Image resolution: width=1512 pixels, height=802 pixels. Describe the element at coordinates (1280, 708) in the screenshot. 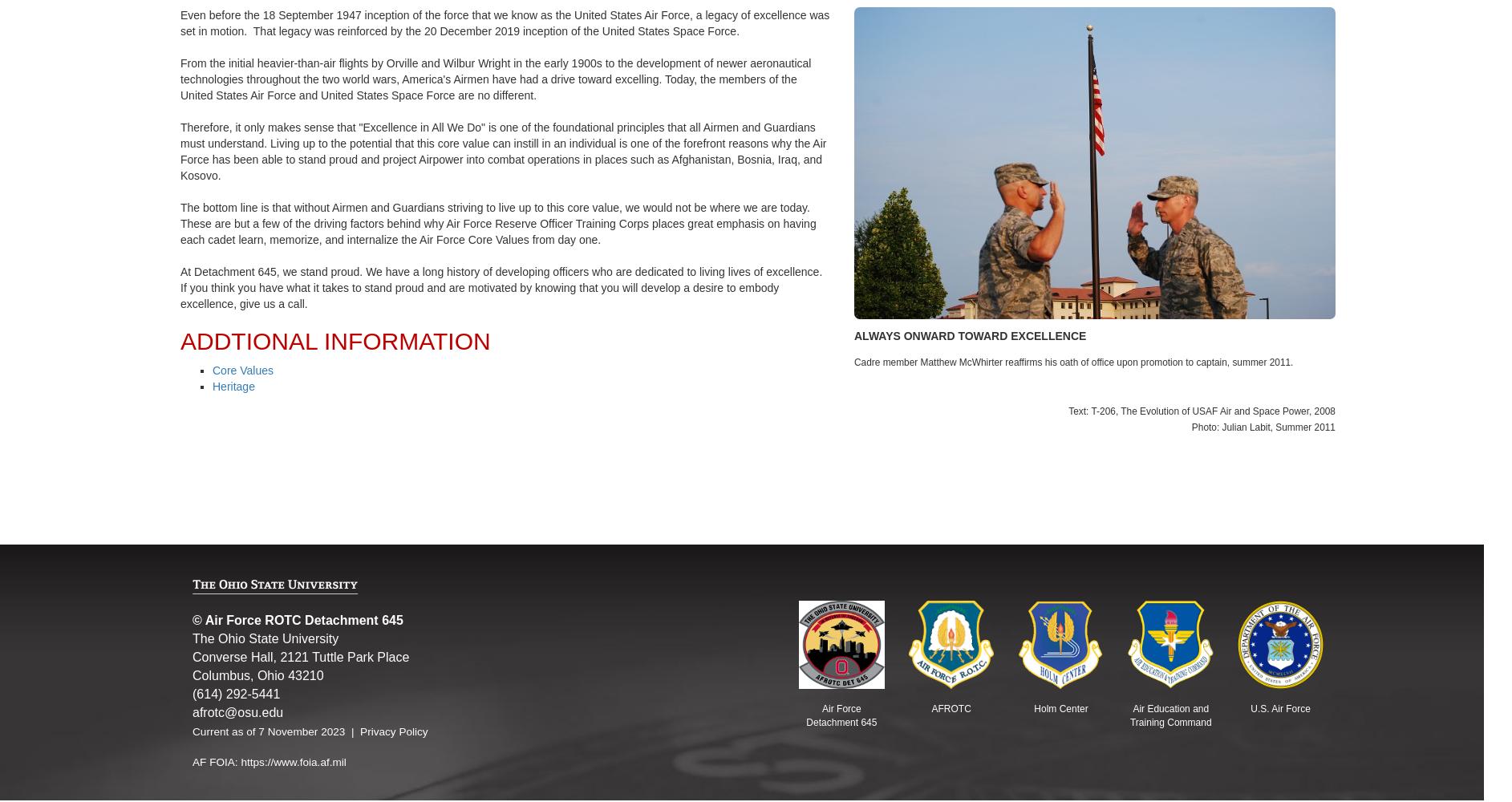

I see `'U.S. Air Force'` at that location.